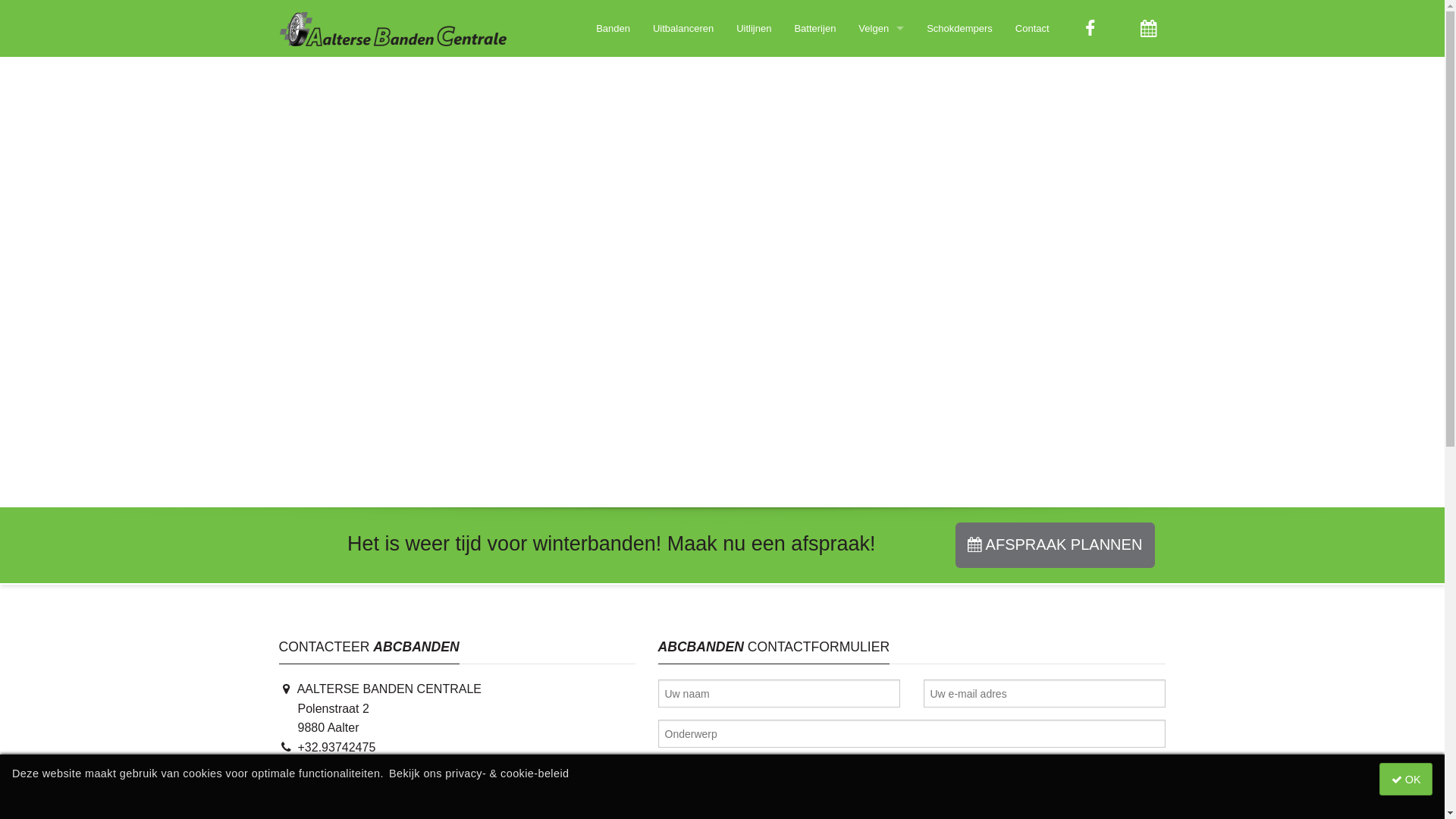 This screenshot has height=819, width=1456. I want to click on 'Uitbalanceren', so click(682, 28).